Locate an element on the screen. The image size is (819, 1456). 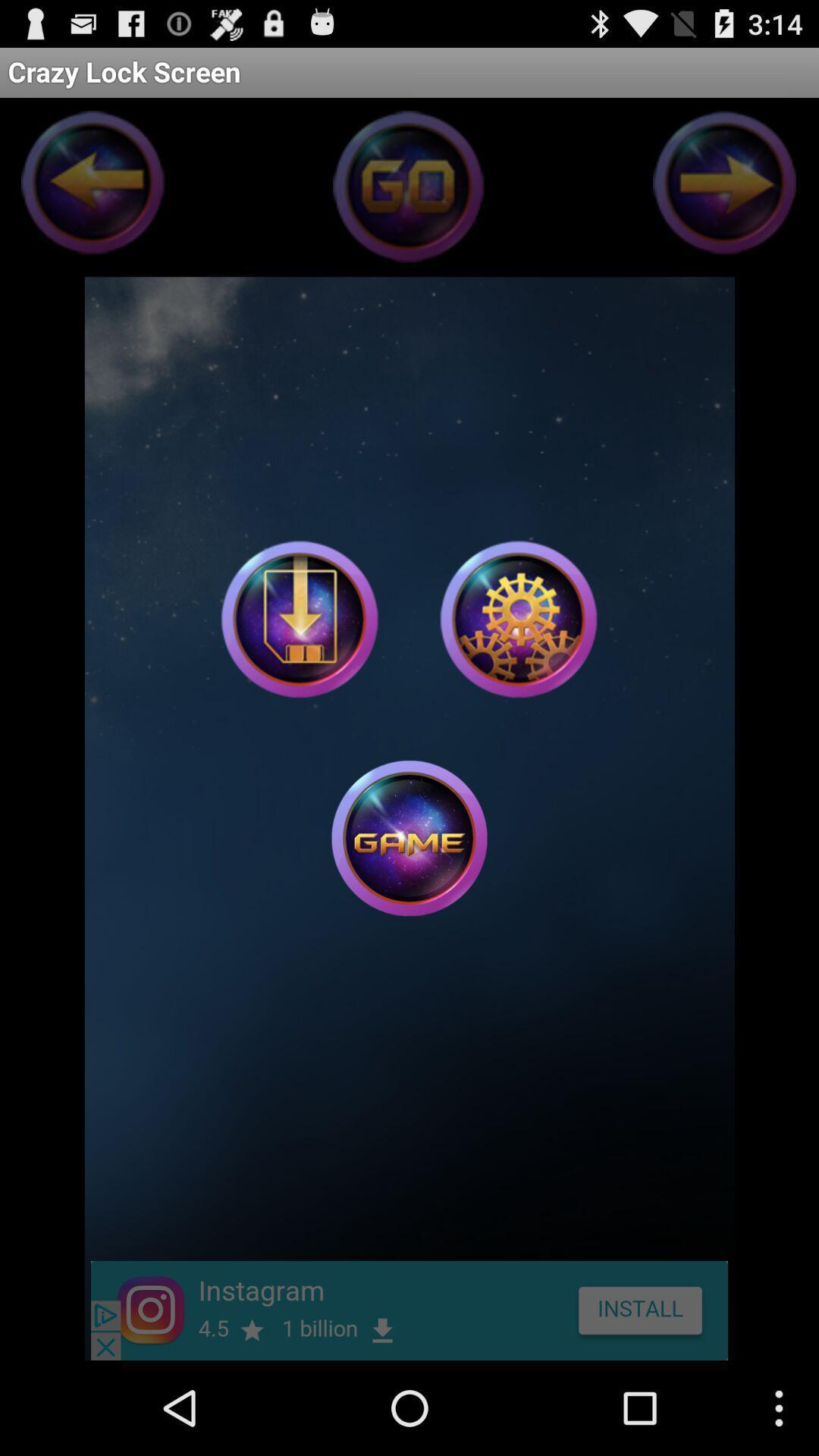
the icon below the crazy lock screen is located at coordinates (300, 619).